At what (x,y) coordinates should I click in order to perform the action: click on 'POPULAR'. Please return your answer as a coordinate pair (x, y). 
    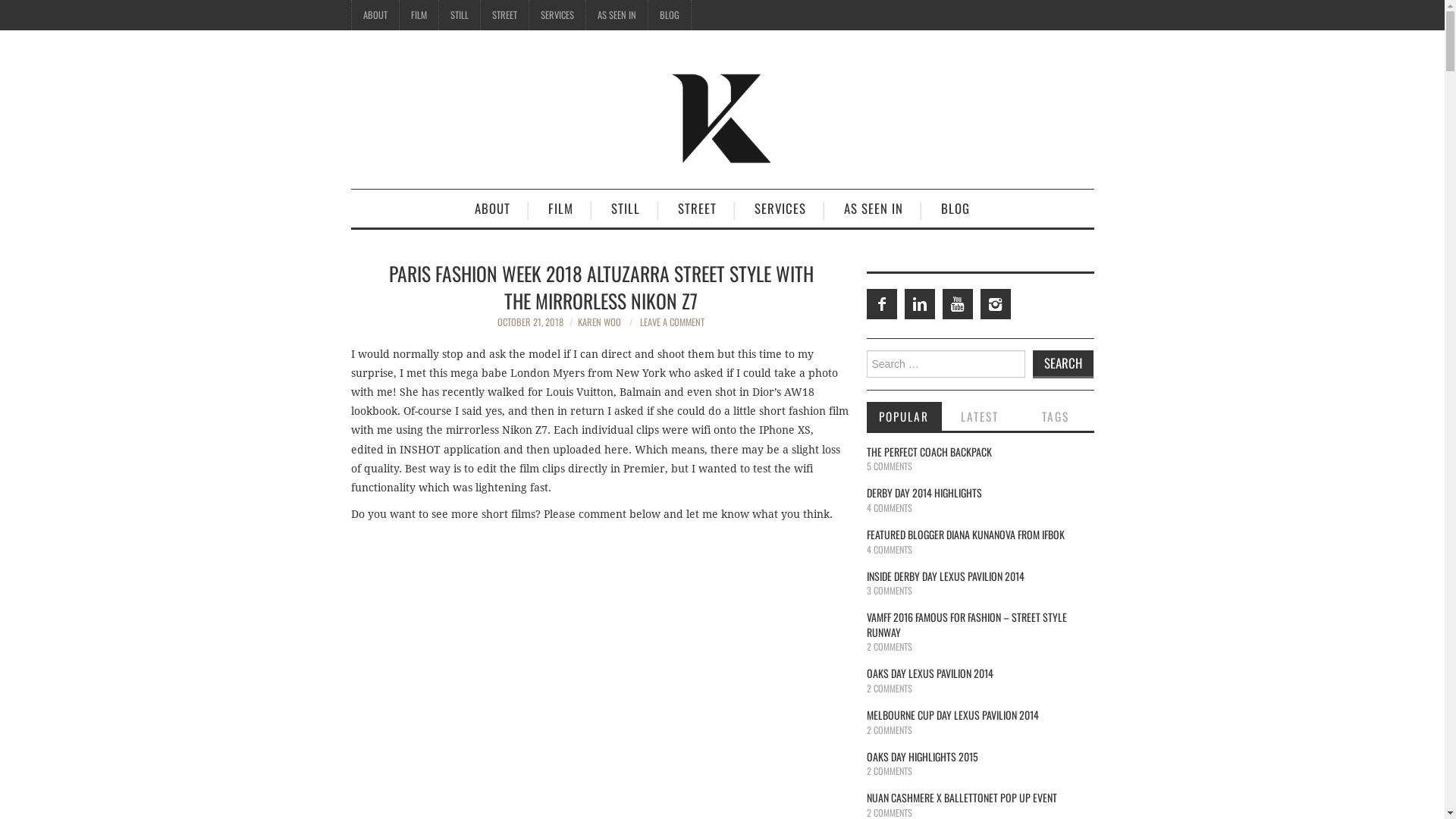
    Looking at the image, I should click on (866, 416).